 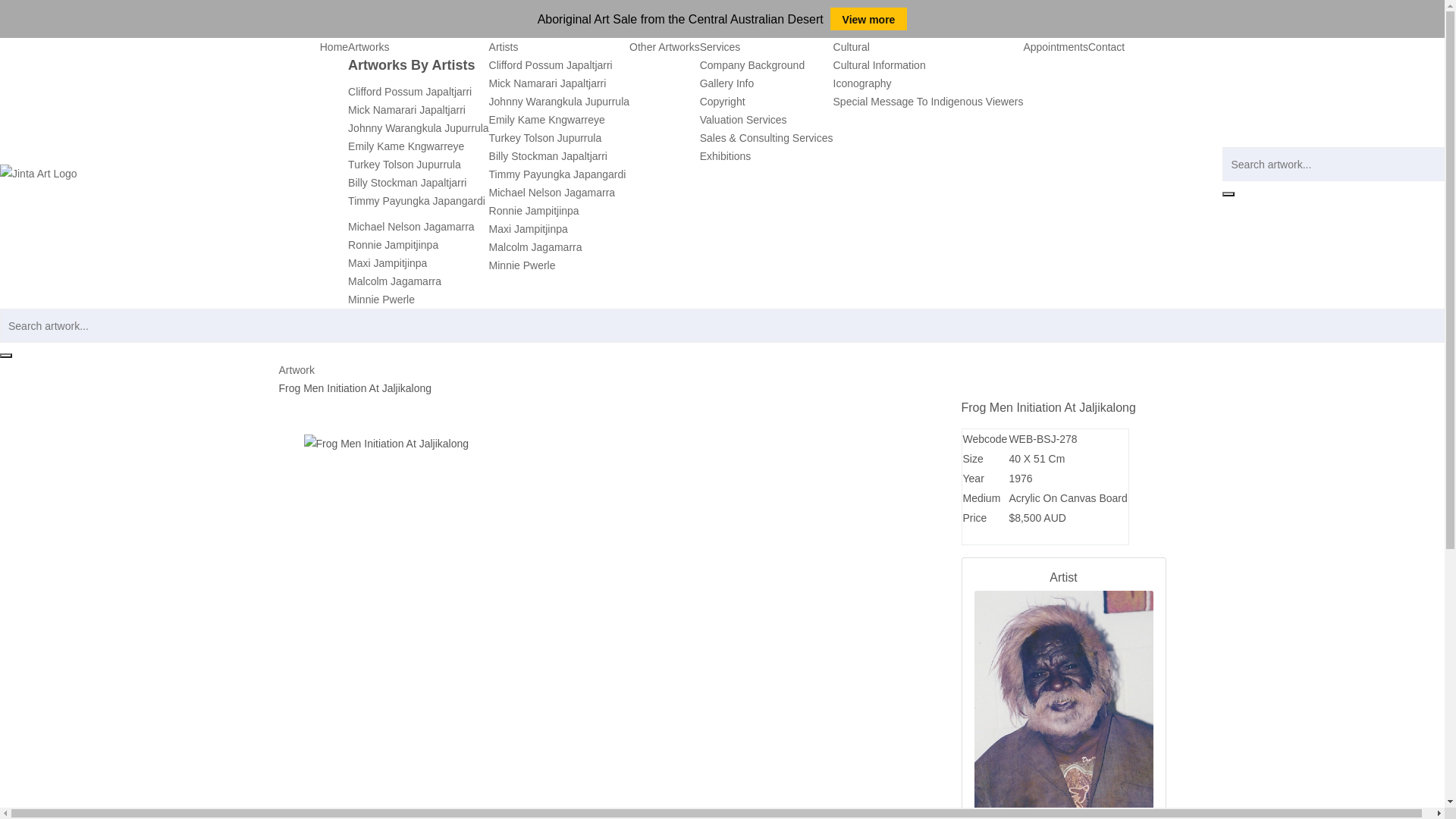 What do you see at coordinates (333, 45) in the screenshot?
I see `'Home'` at bounding box center [333, 45].